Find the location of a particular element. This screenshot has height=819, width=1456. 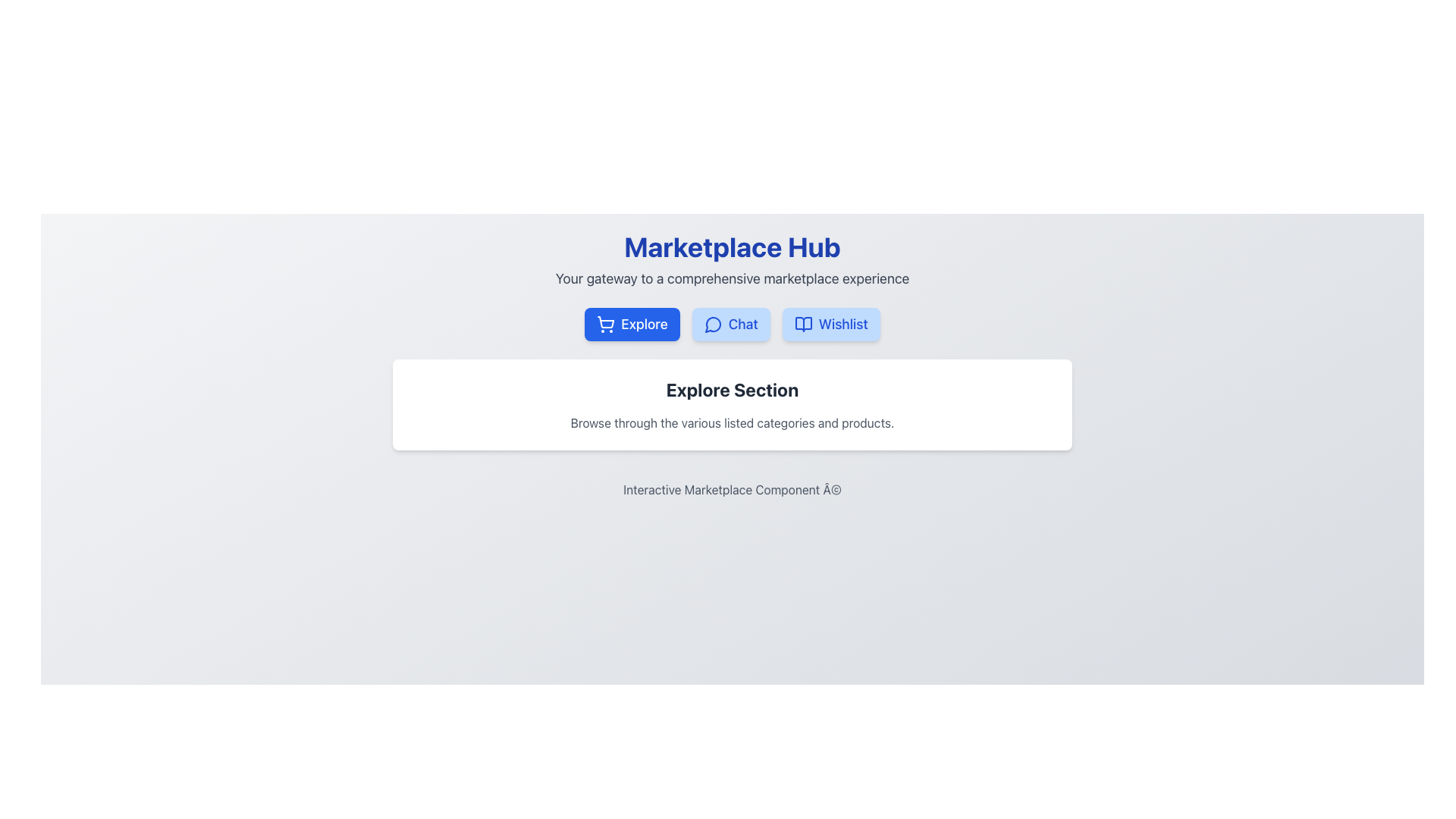

the 'Wishlist' button located beneath the 'Marketplace Hub' title, to the right of the 'Explore' and 'Chat' buttons, for keyboard interaction is located at coordinates (830, 324).